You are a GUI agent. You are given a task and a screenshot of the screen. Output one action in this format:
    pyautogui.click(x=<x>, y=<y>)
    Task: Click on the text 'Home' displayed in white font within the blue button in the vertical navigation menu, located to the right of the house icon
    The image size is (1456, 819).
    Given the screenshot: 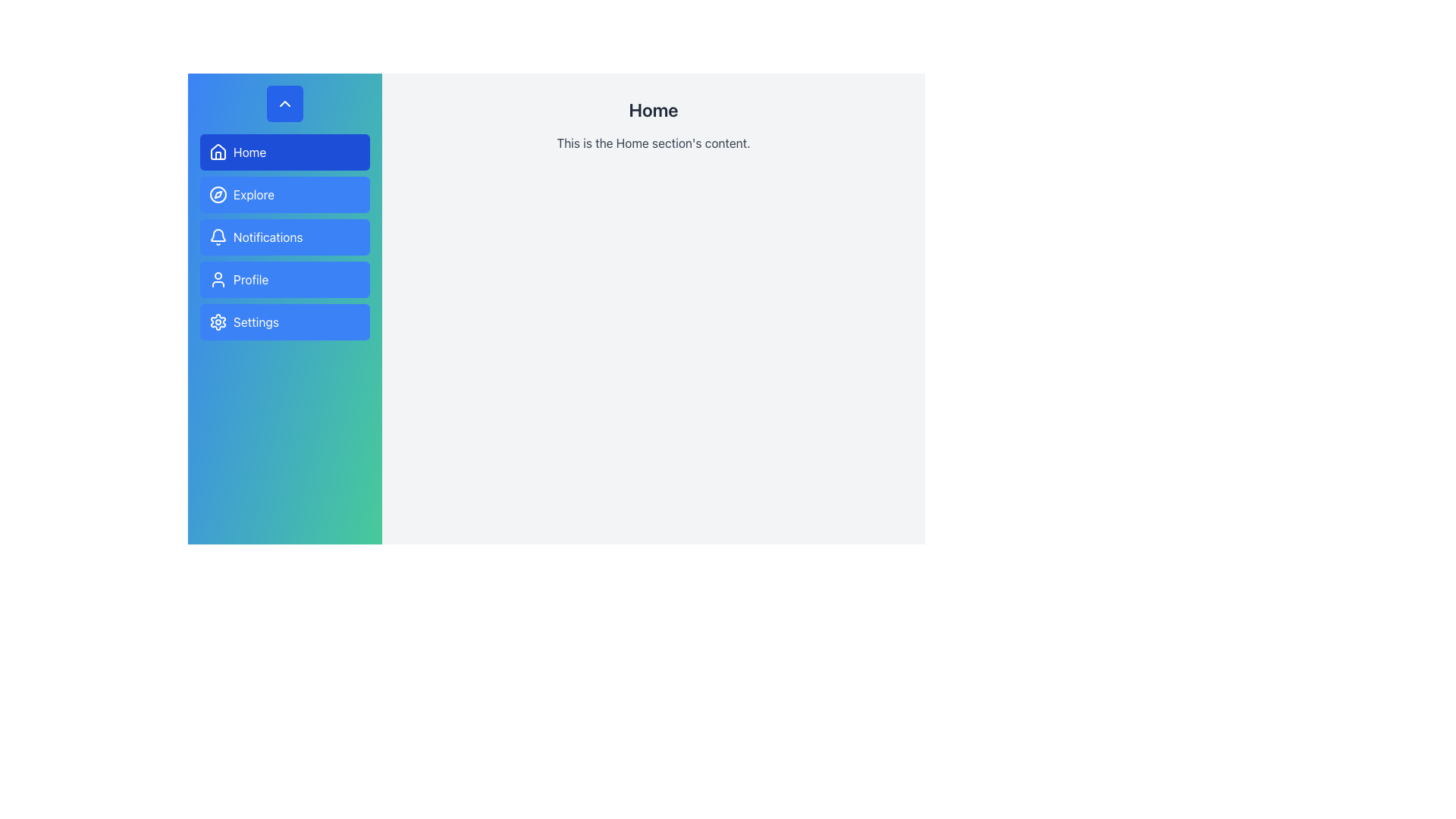 What is the action you would take?
    pyautogui.click(x=249, y=152)
    